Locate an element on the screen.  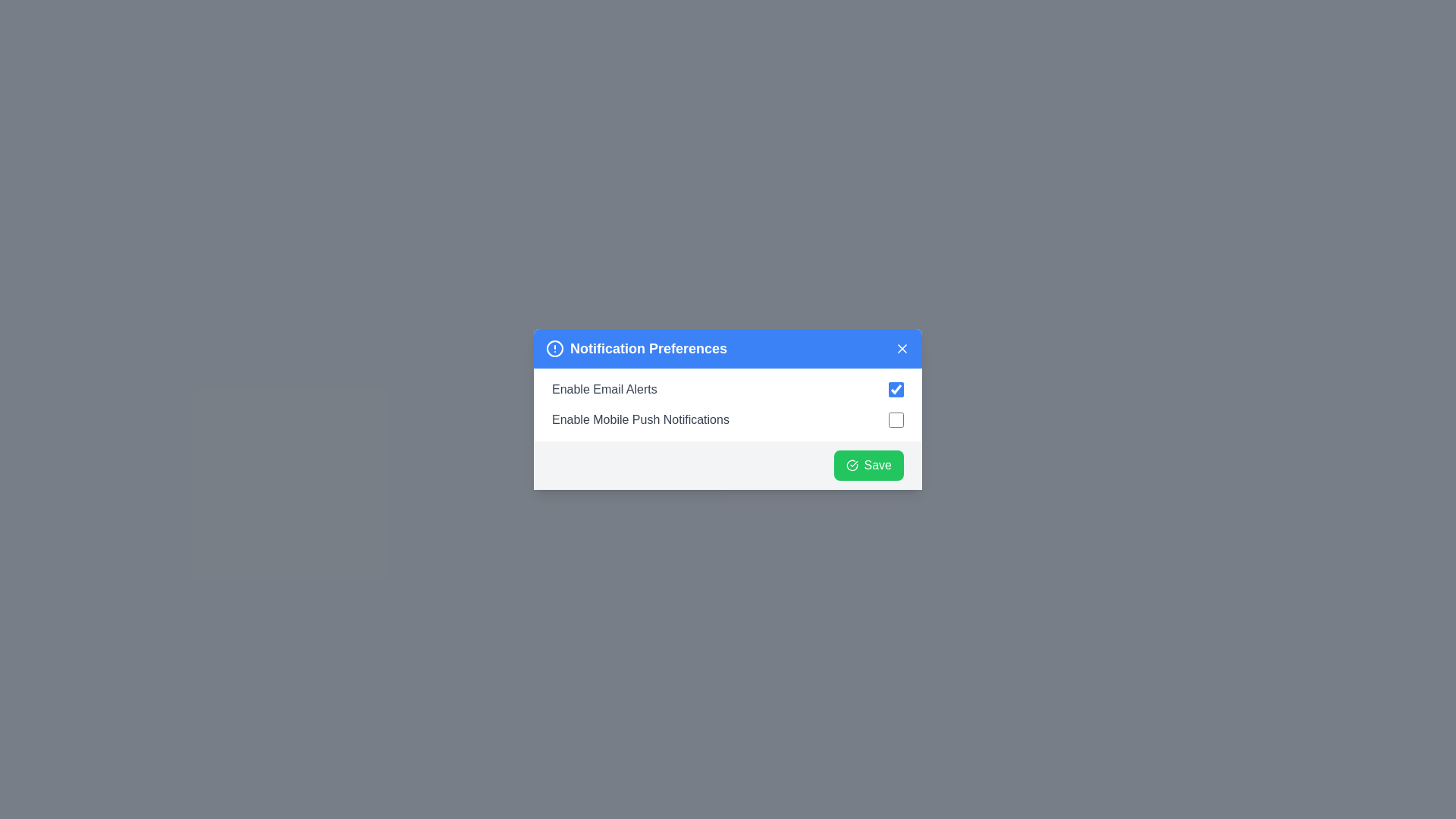
the text label that reads 'Enable Mobile Push Notifications', which is styled in gray and displayed in a sans-serif font, located in the 'Notification Preferences' dialog box is located at coordinates (640, 420).